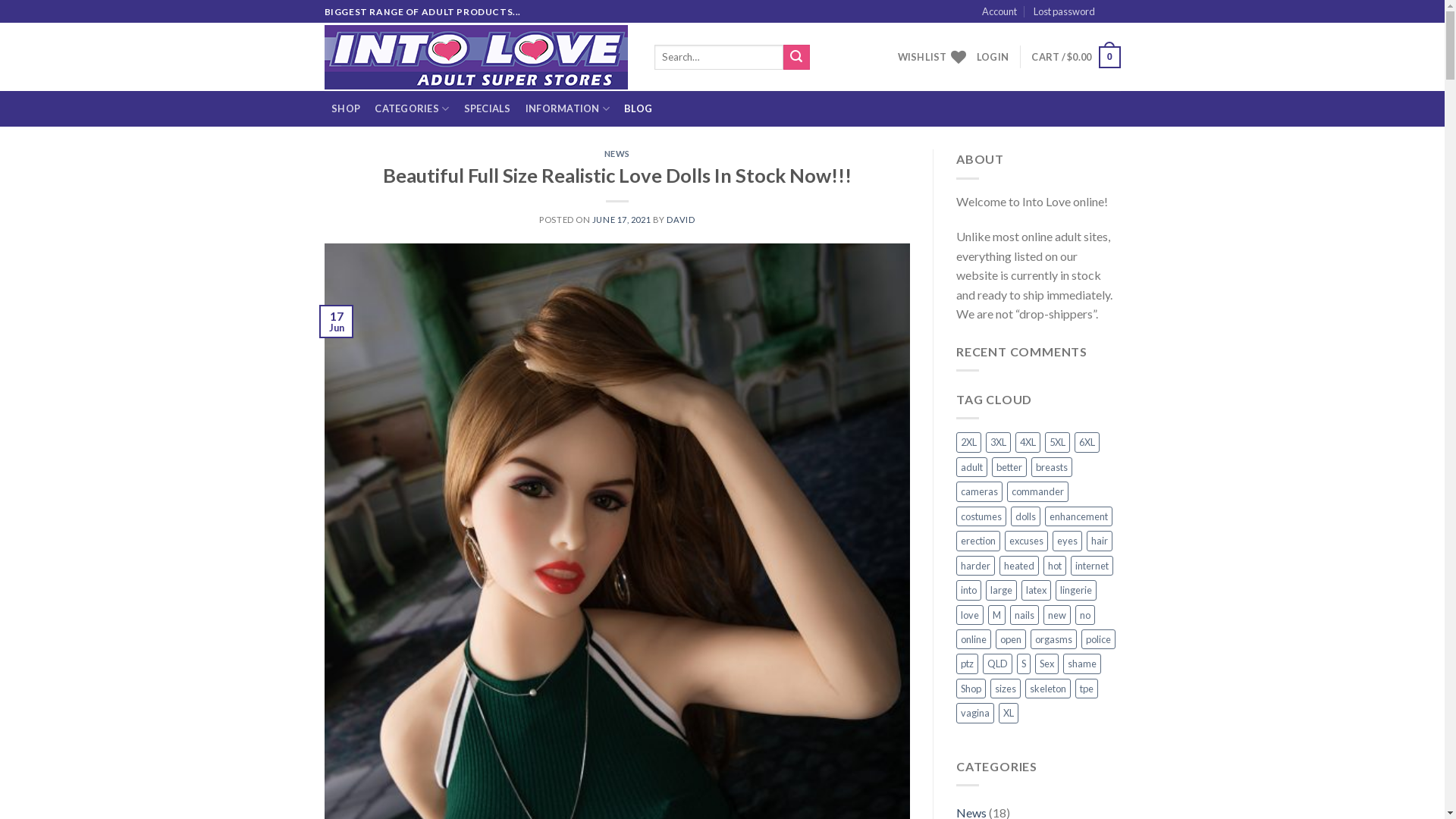 The width and height of the screenshot is (1456, 819). I want to click on 'ptz', so click(966, 663).